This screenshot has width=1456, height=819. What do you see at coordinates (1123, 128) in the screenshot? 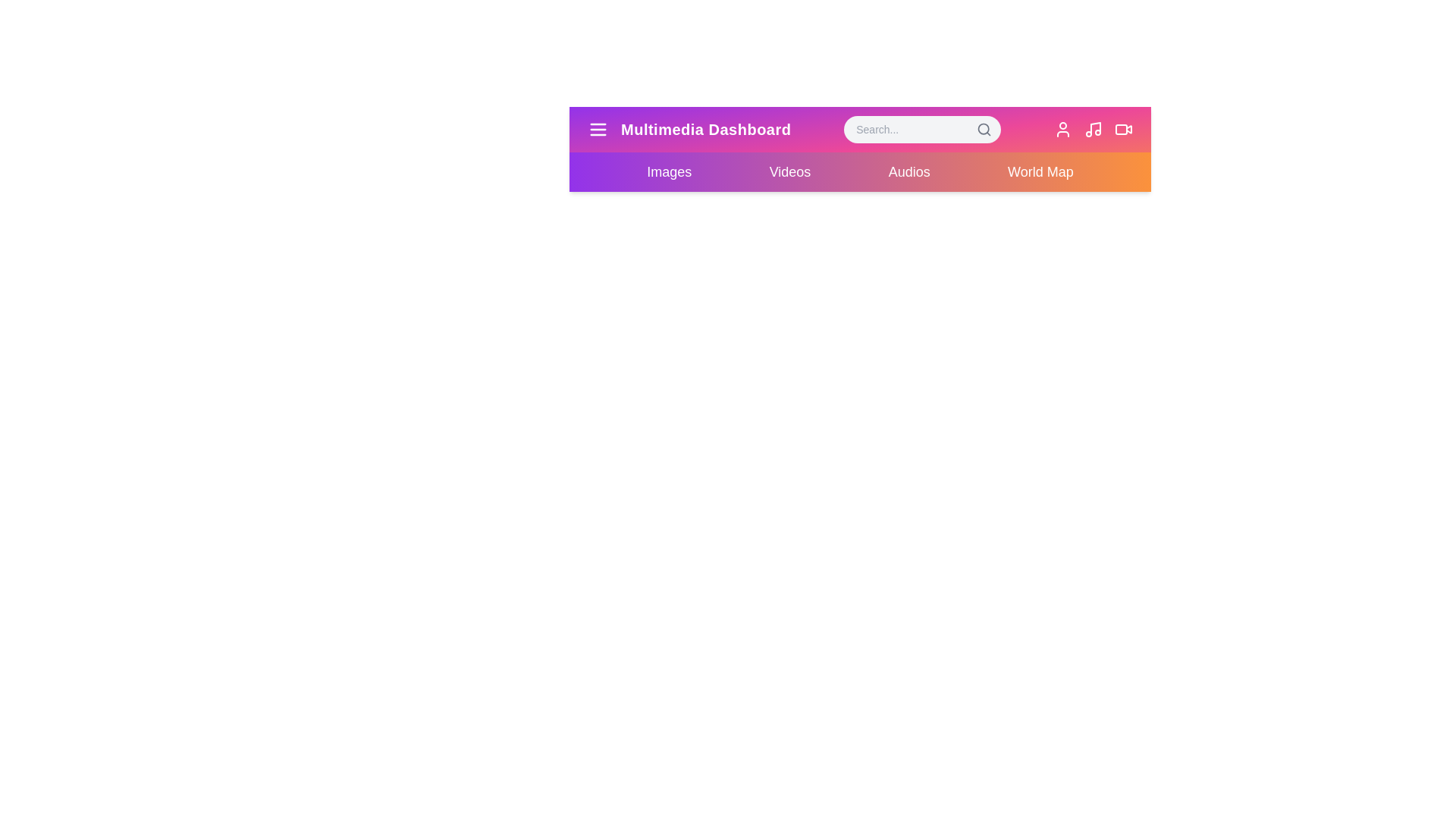
I see `the element Video icon to reveal its hover effect` at bounding box center [1123, 128].